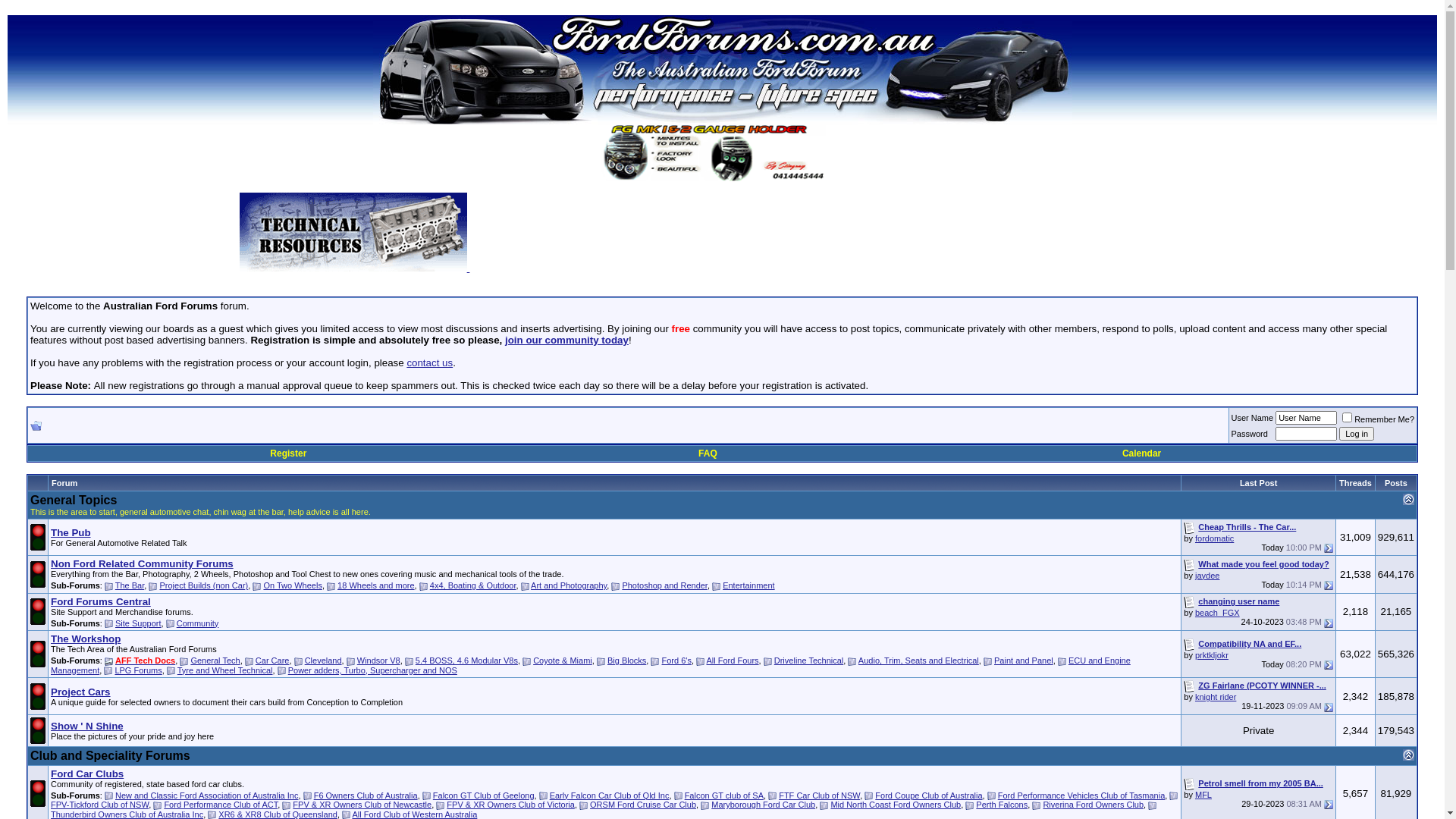 Image resolution: width=1456 pixels, height=819 pixels. I want to click on 'Log in', so click(1339, 433).